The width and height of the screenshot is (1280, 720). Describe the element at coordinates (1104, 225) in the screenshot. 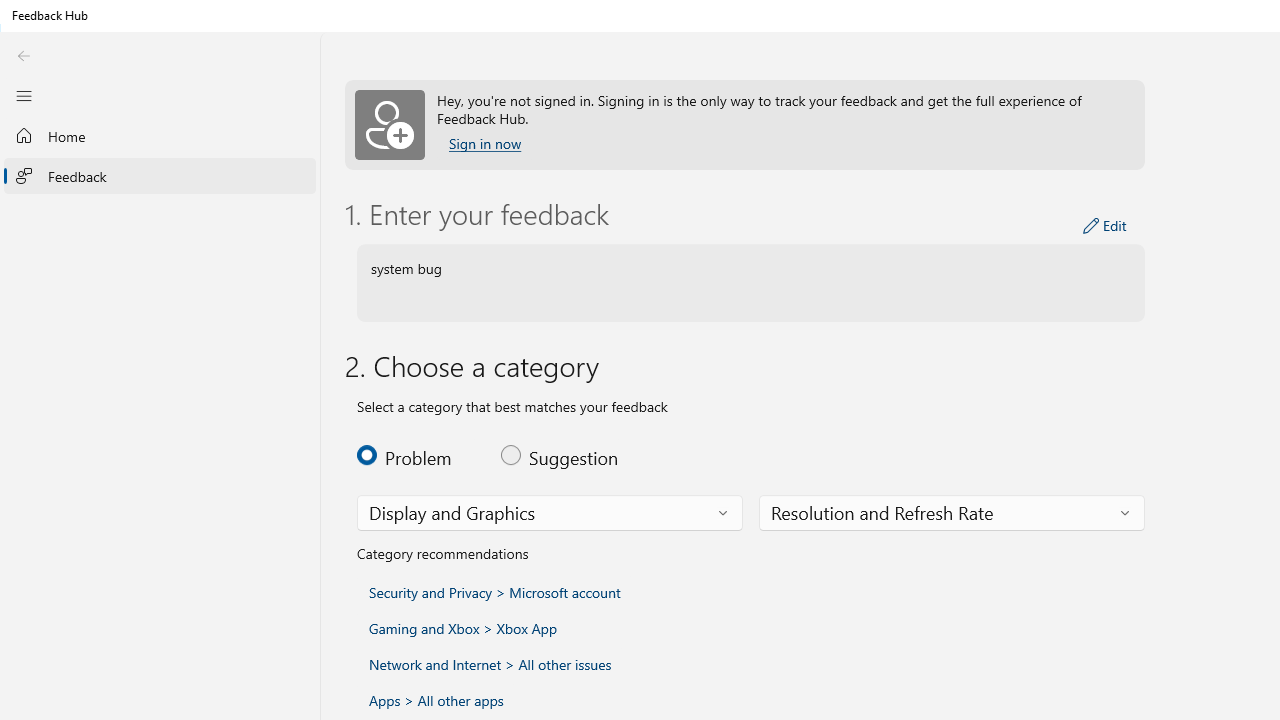

I see `'Edit your feedback details'` at that location.